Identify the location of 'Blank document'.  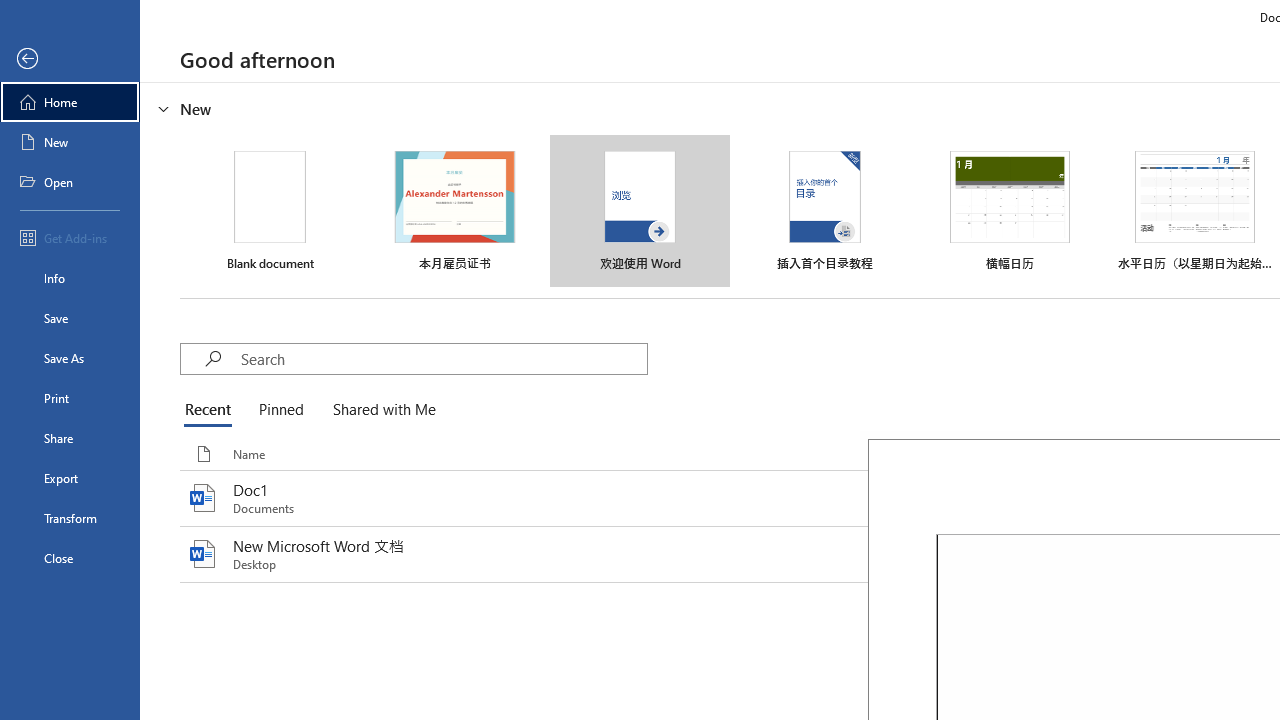
(269, 211).